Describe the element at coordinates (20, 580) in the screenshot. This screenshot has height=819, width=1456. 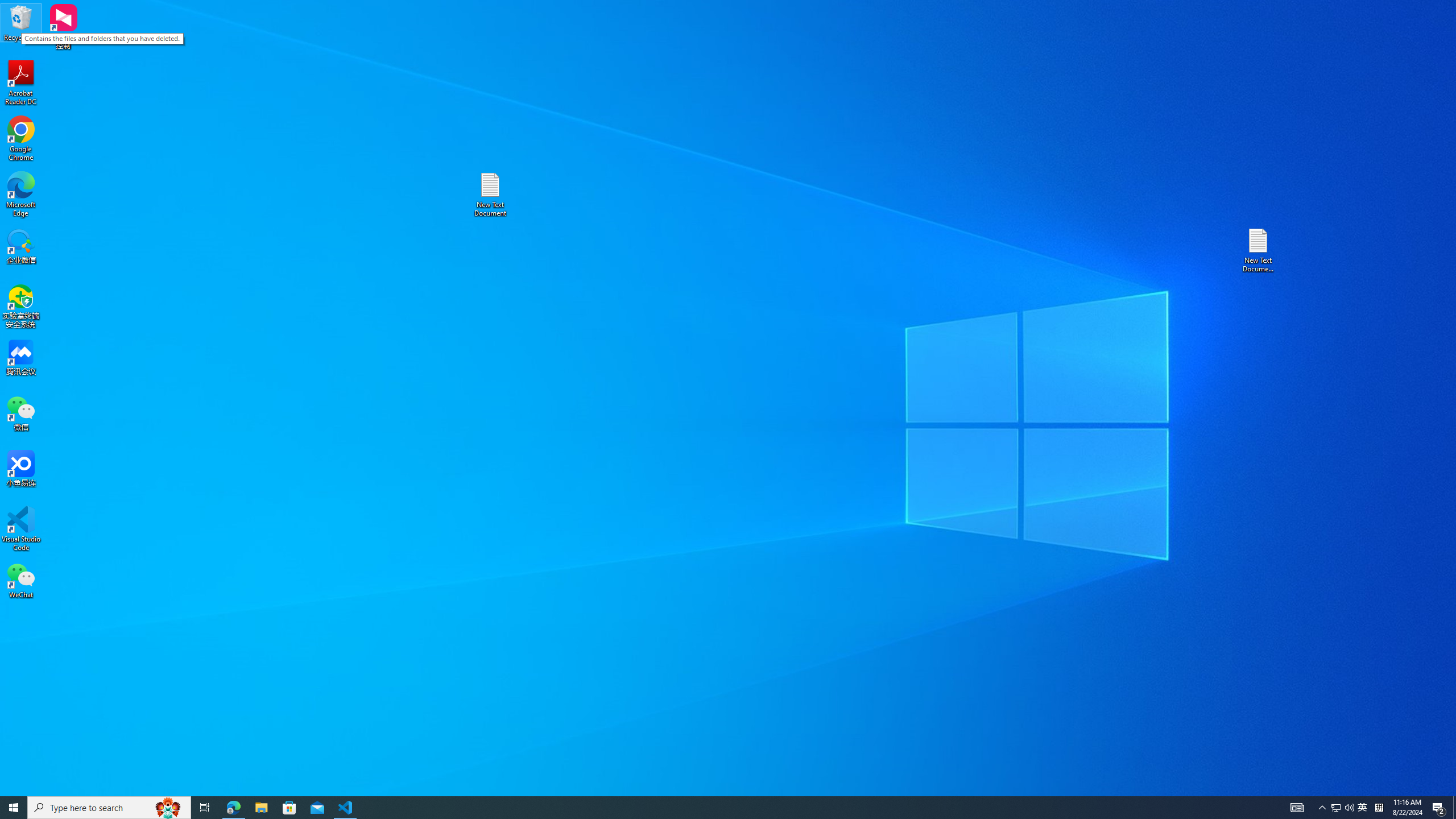
I see `'WeChat'` at that location.